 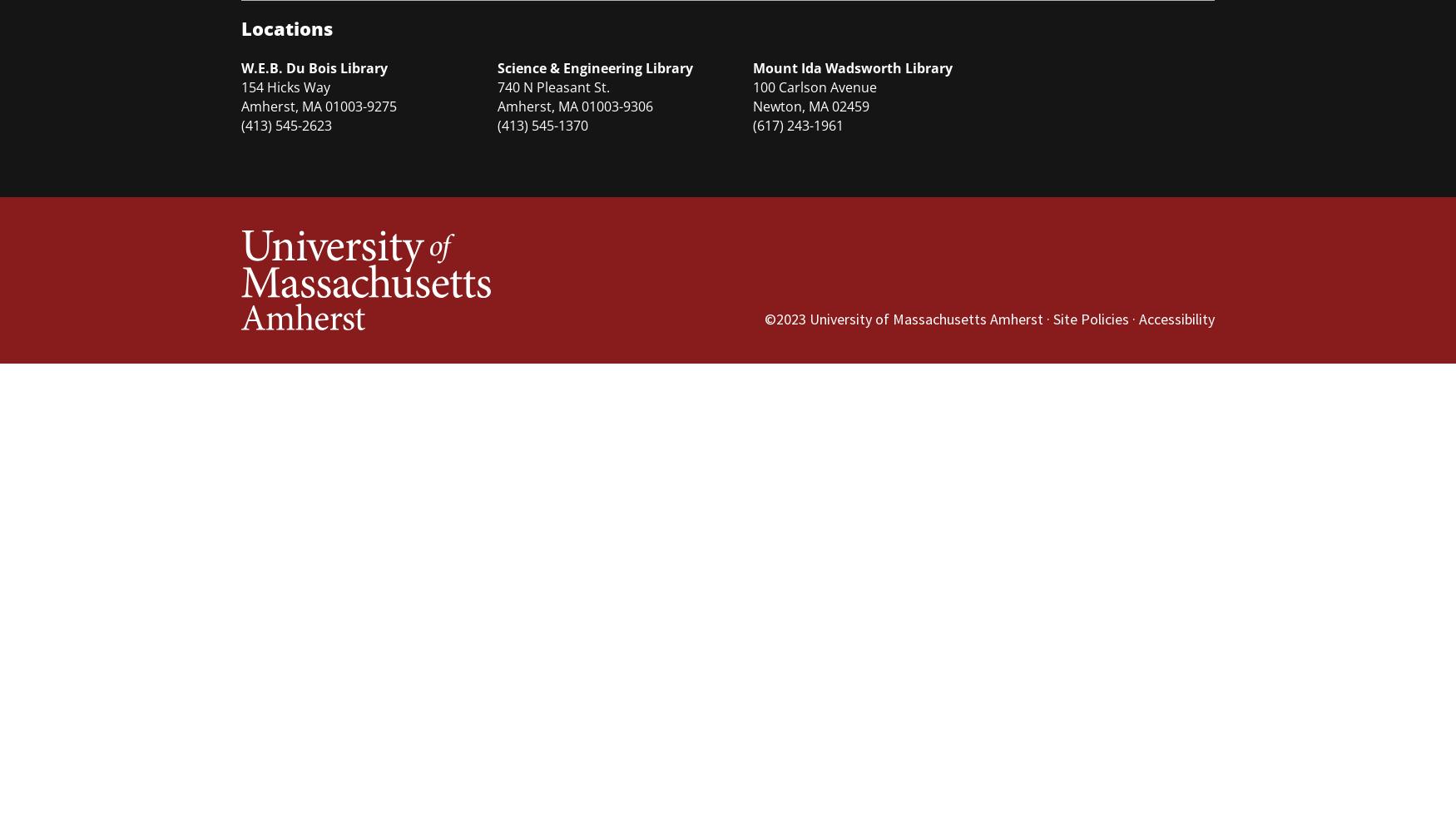 I want to click on '154 Hicks Way', so click(x=285, y=86).